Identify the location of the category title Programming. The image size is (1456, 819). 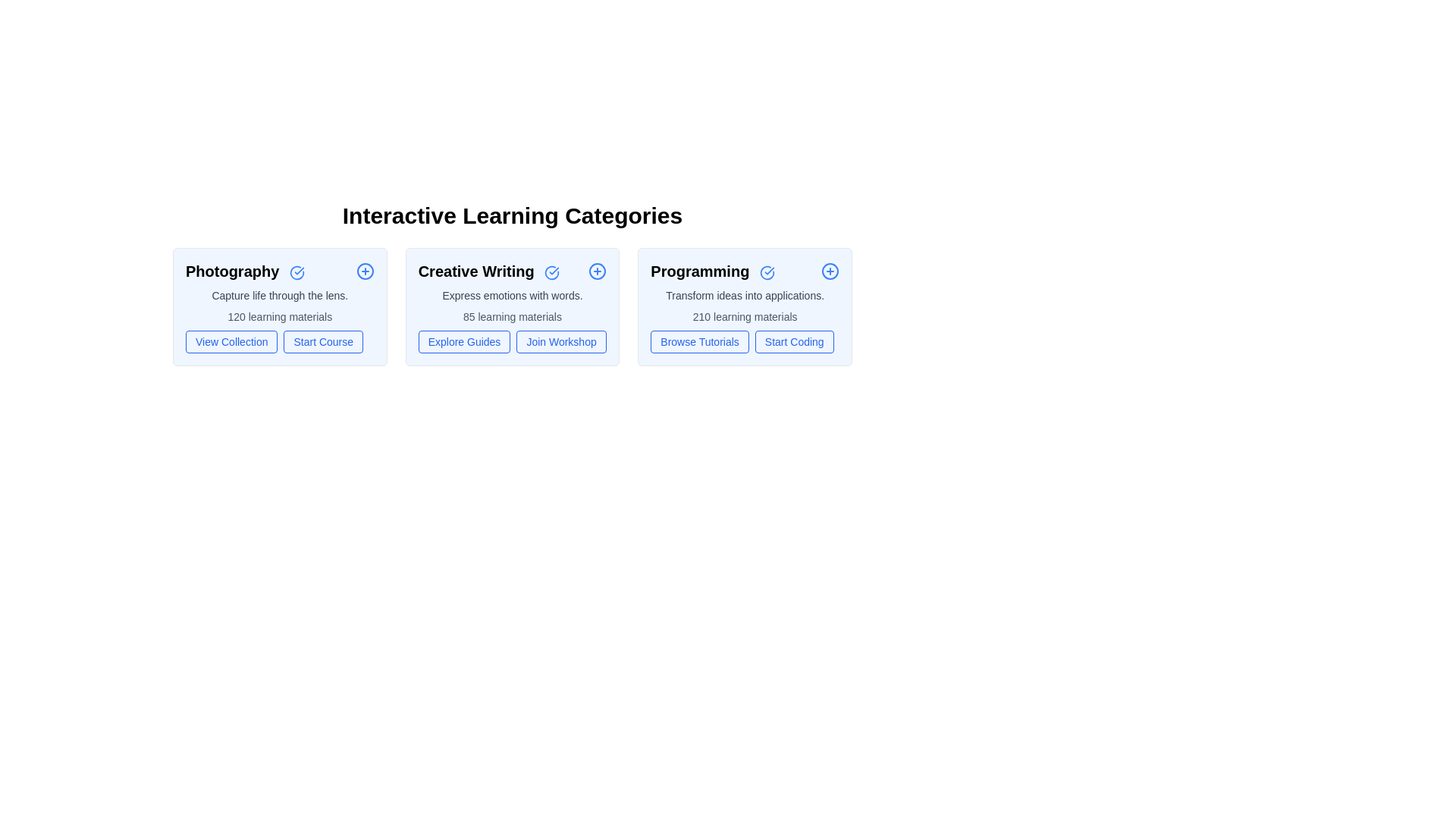
(712, 271).